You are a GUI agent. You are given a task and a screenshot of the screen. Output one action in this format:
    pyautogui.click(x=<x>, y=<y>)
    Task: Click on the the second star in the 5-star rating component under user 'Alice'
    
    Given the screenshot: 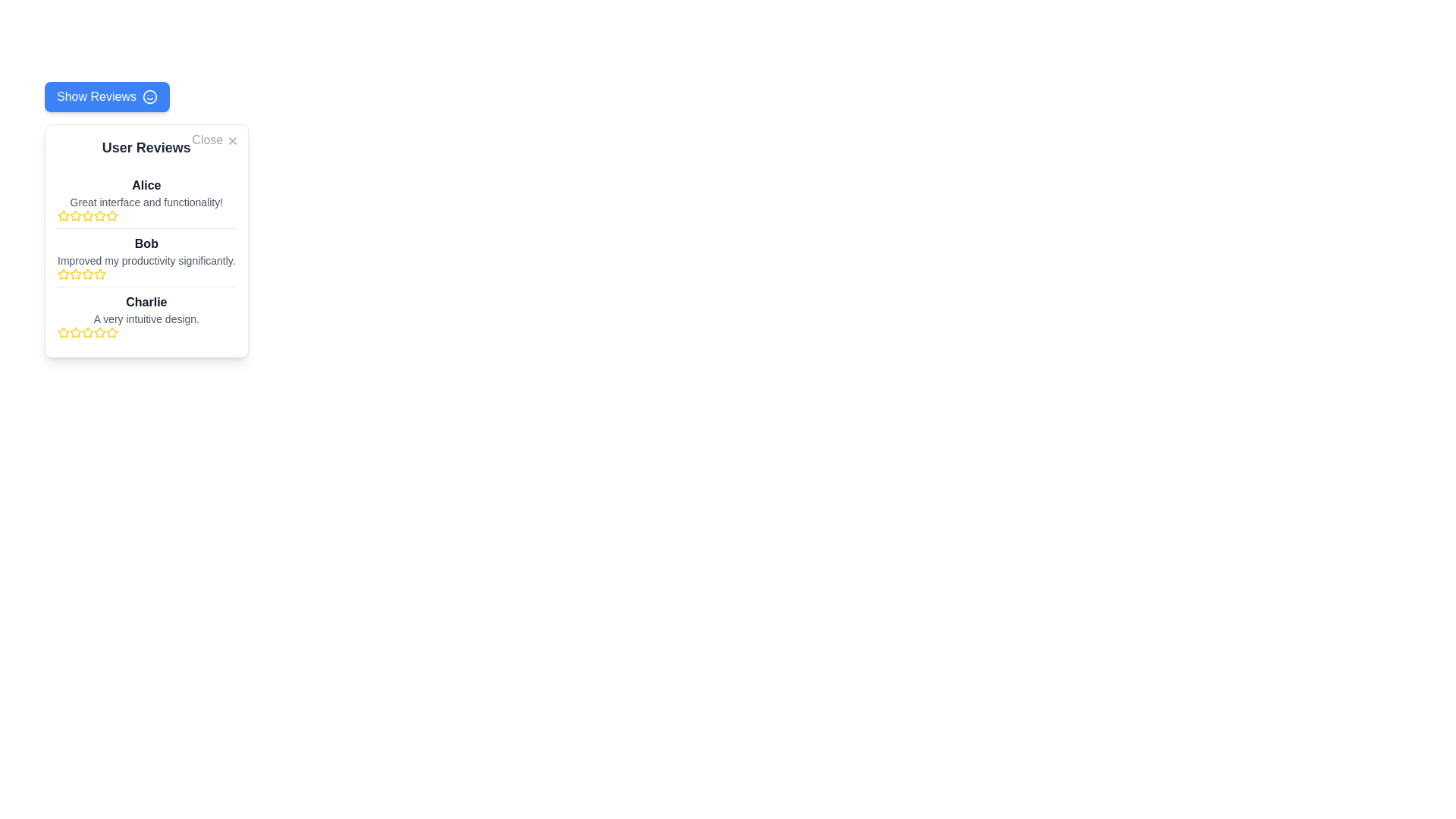 What is the action you would take?
    pyautogui.click(x=86, y=215)
    